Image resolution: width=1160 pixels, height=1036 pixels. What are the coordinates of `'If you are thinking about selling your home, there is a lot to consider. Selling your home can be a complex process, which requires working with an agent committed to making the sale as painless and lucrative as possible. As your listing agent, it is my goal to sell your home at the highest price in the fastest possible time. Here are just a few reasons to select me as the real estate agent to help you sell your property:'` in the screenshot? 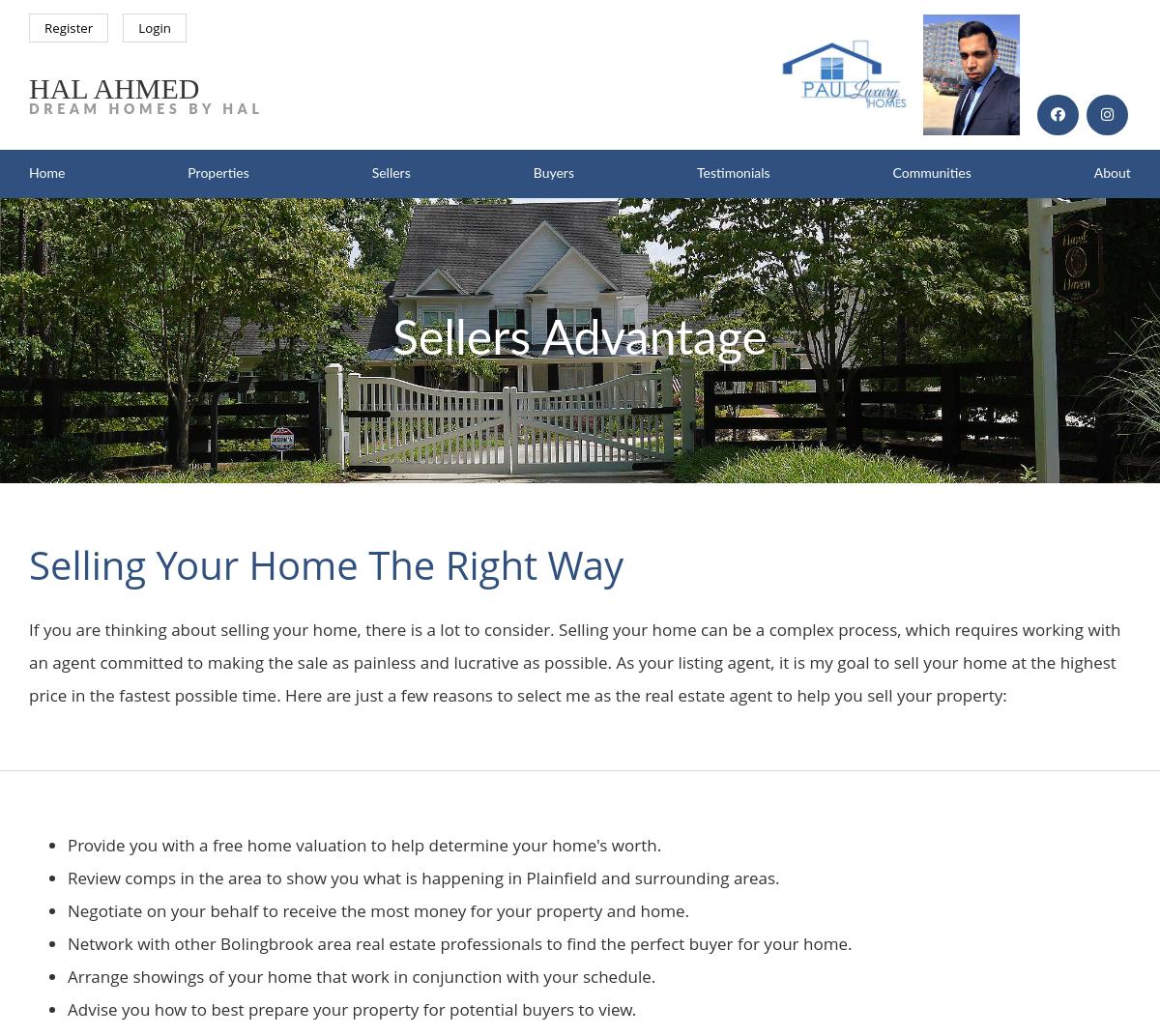 It's located at (573, 661).